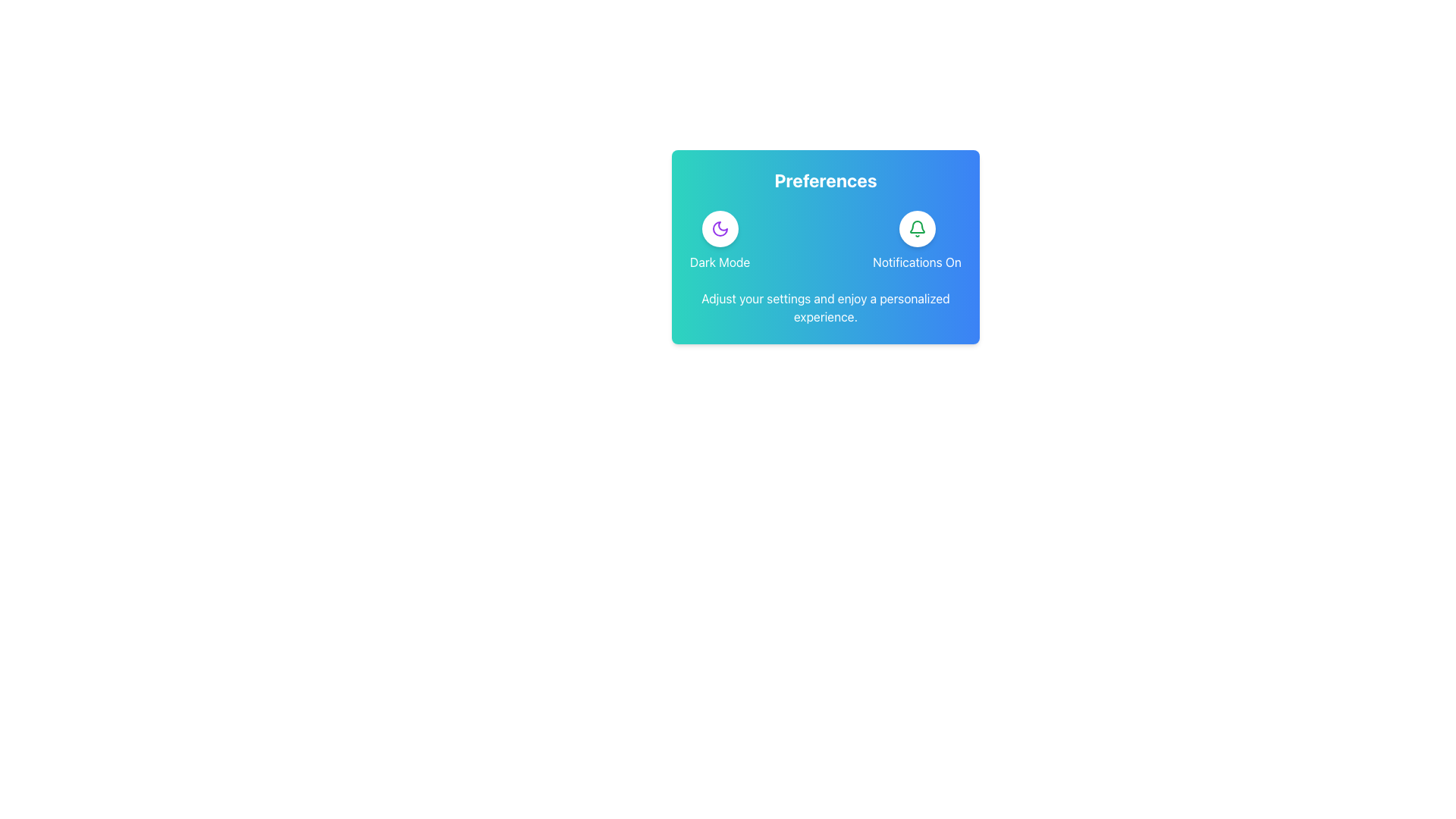 The height and width of the screenshot is (819, 1456). I want to click on the bell icon located within the circular button on the right side of the 'Preferences' section to trigger a tooltip or visual effect, so click(916, 228).